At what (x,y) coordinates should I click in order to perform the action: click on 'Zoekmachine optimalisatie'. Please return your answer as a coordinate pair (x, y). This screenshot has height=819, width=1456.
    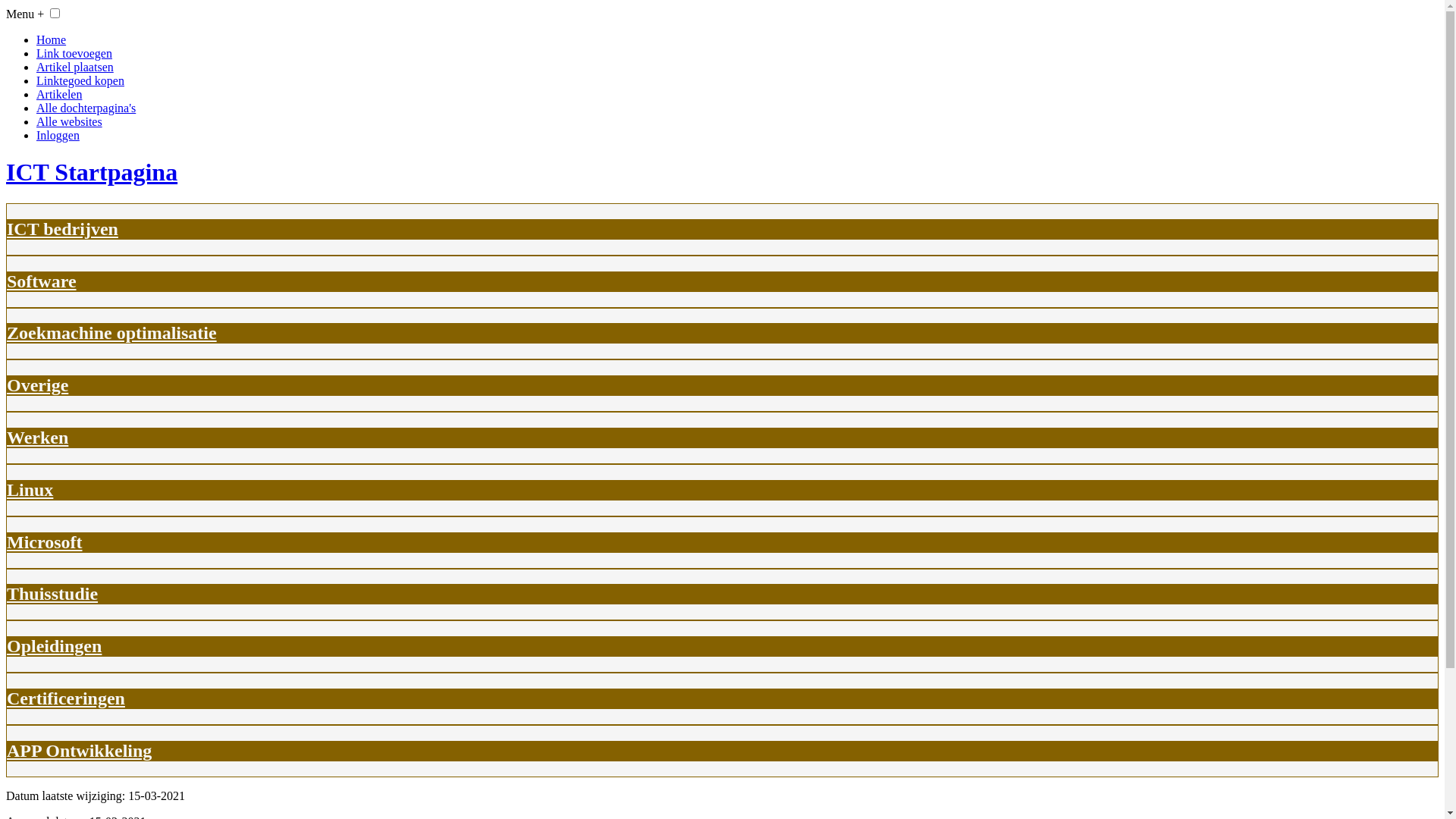
    Looking at the image, I should click on (7, 332).